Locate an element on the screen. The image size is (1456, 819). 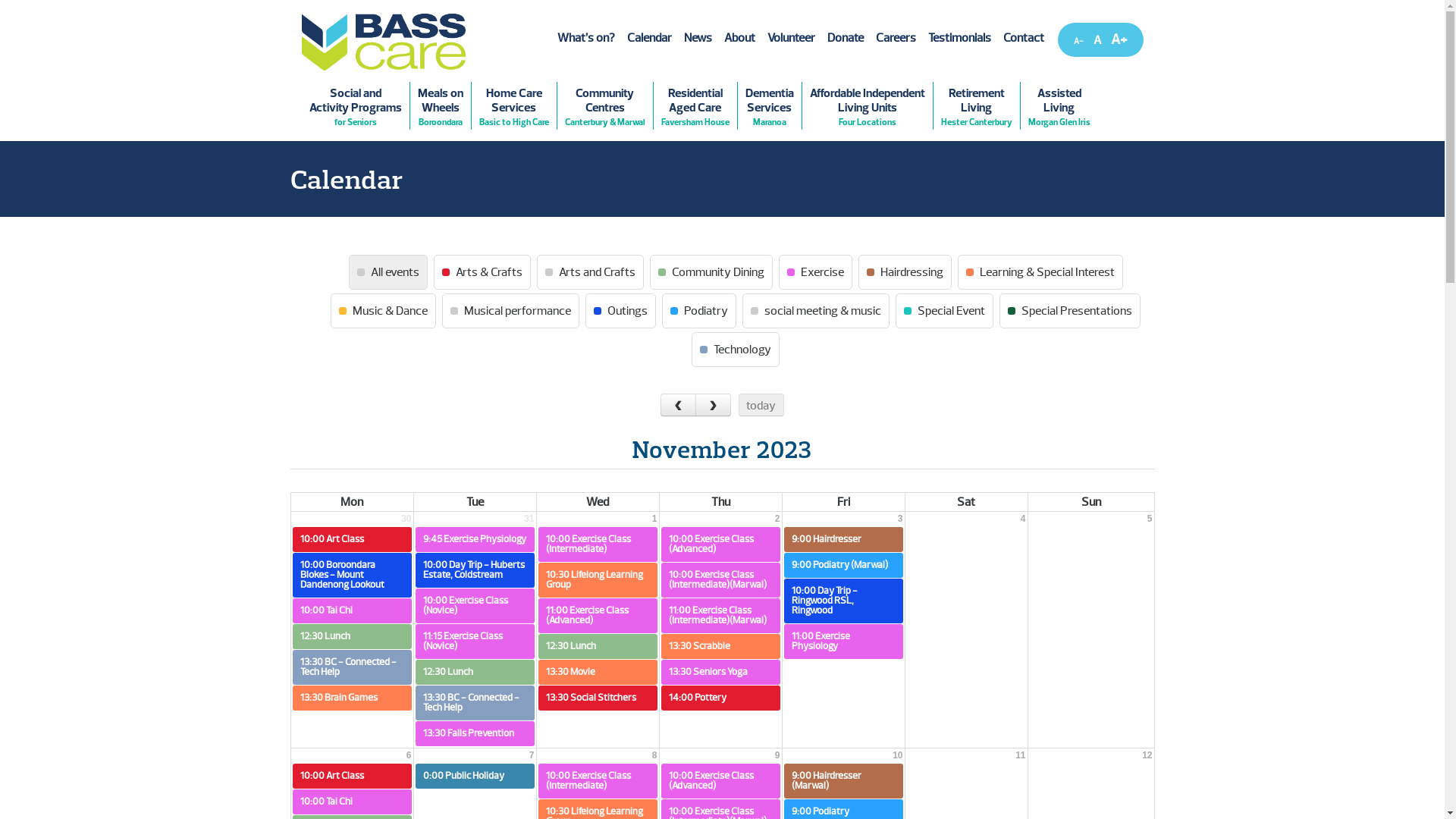
'11:15 Exercise Class (Novice) is located at coordinates (474, 641).